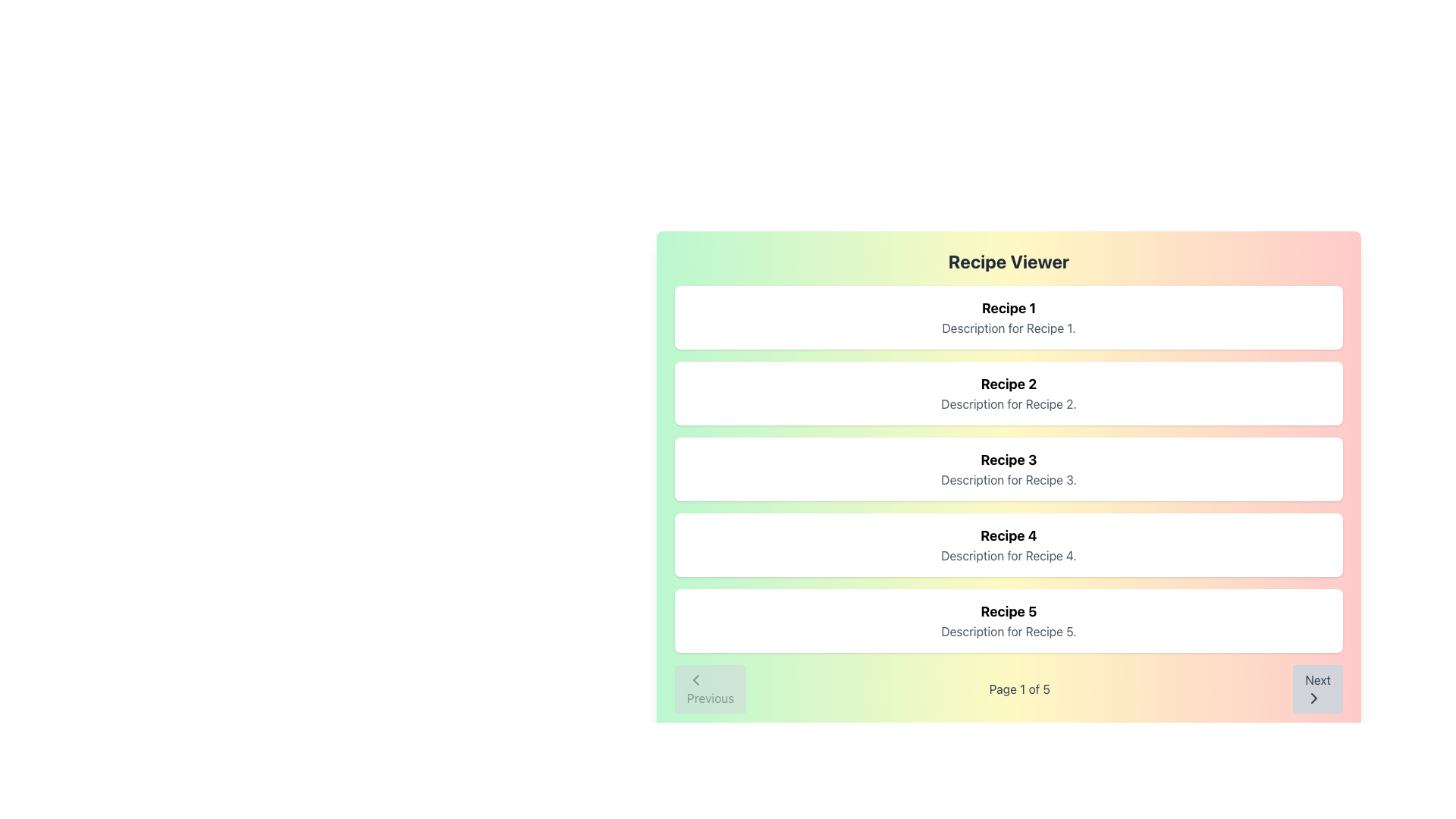 The width and height of the screenshot is (1456, 819). Describe the element at coordinates (1313, 698) in the screenshot. I see `the right-facing chevron icon within the grey 'Next' button` at that location.